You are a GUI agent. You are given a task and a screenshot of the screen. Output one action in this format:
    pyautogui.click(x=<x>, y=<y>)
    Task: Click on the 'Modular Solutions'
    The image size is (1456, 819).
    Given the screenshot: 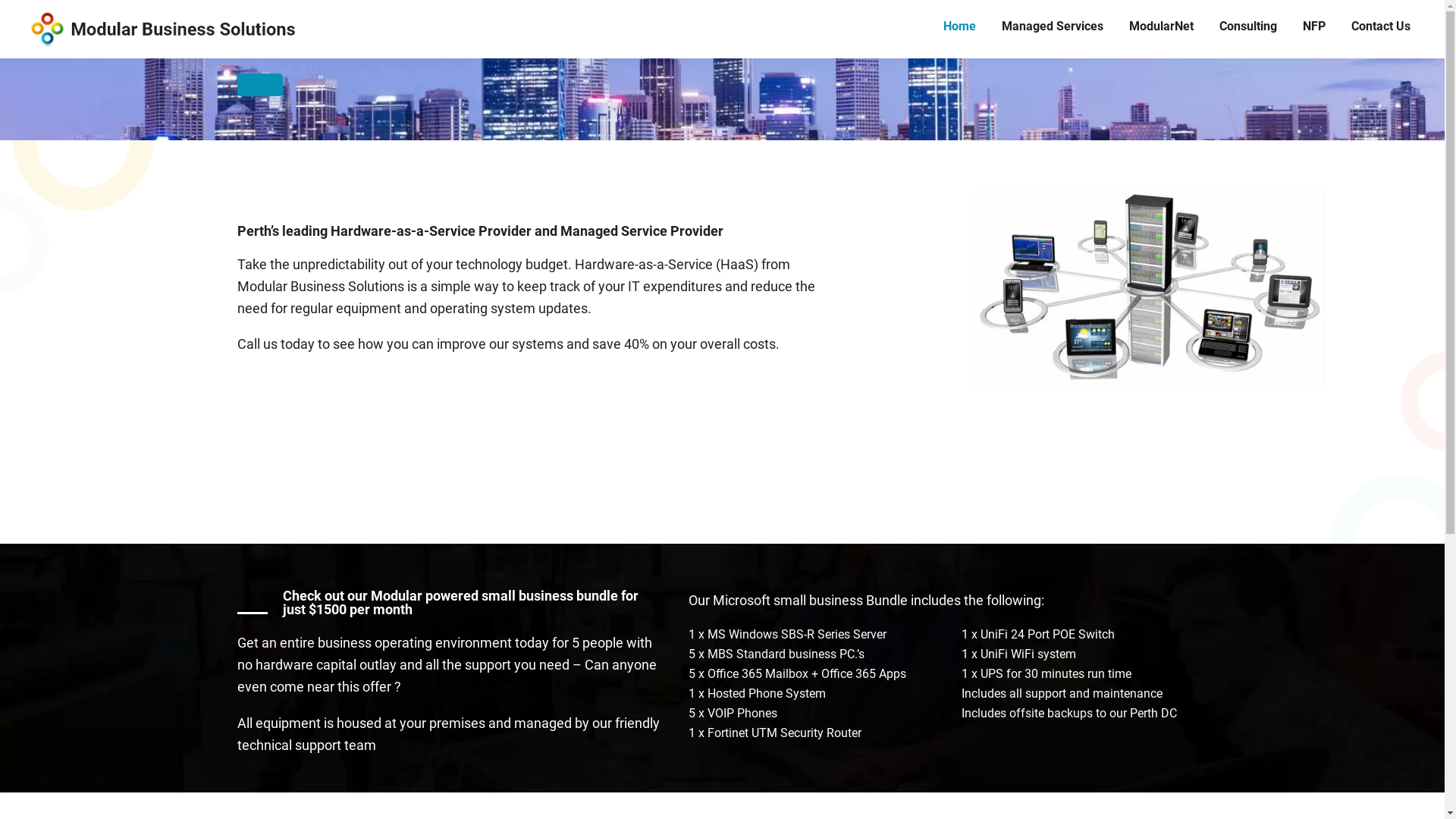 What is the action you would take?
    pyautogui.click(x=161, y=29)
    